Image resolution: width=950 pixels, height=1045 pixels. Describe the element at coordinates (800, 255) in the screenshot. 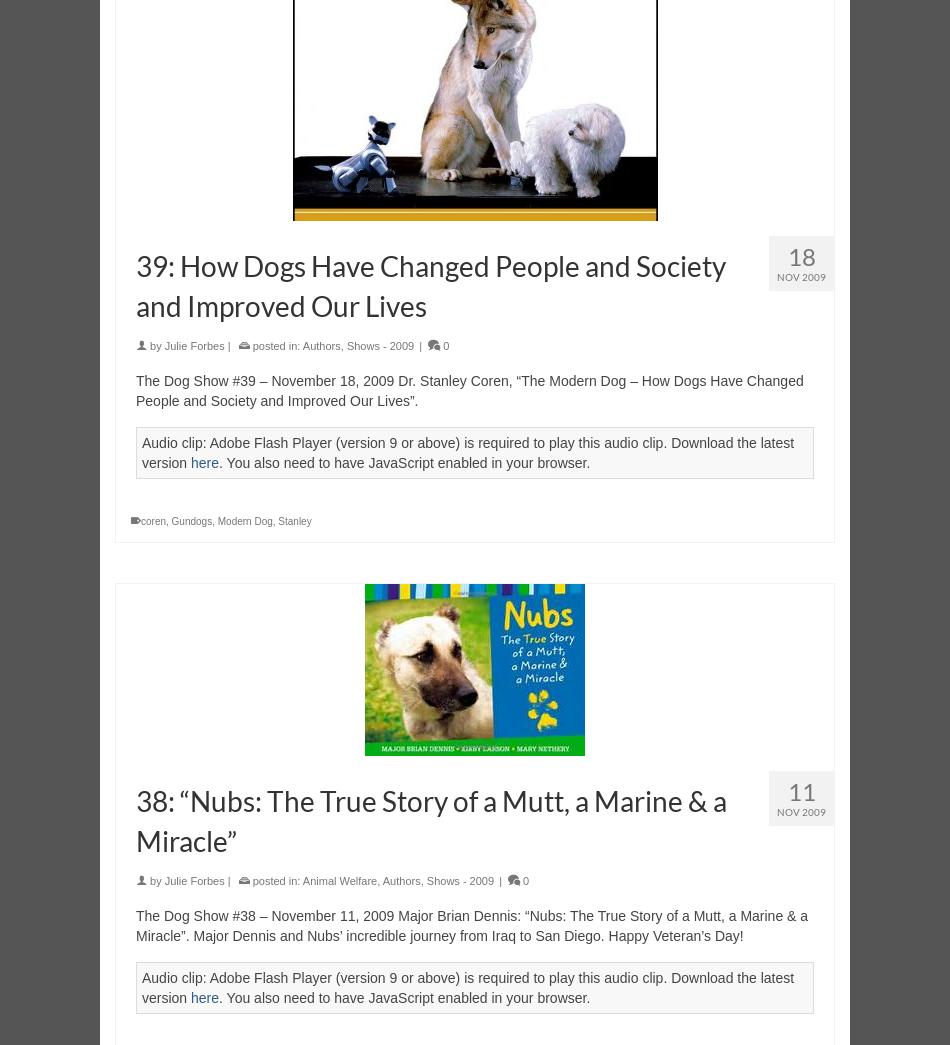

I see `'18'` at that location.